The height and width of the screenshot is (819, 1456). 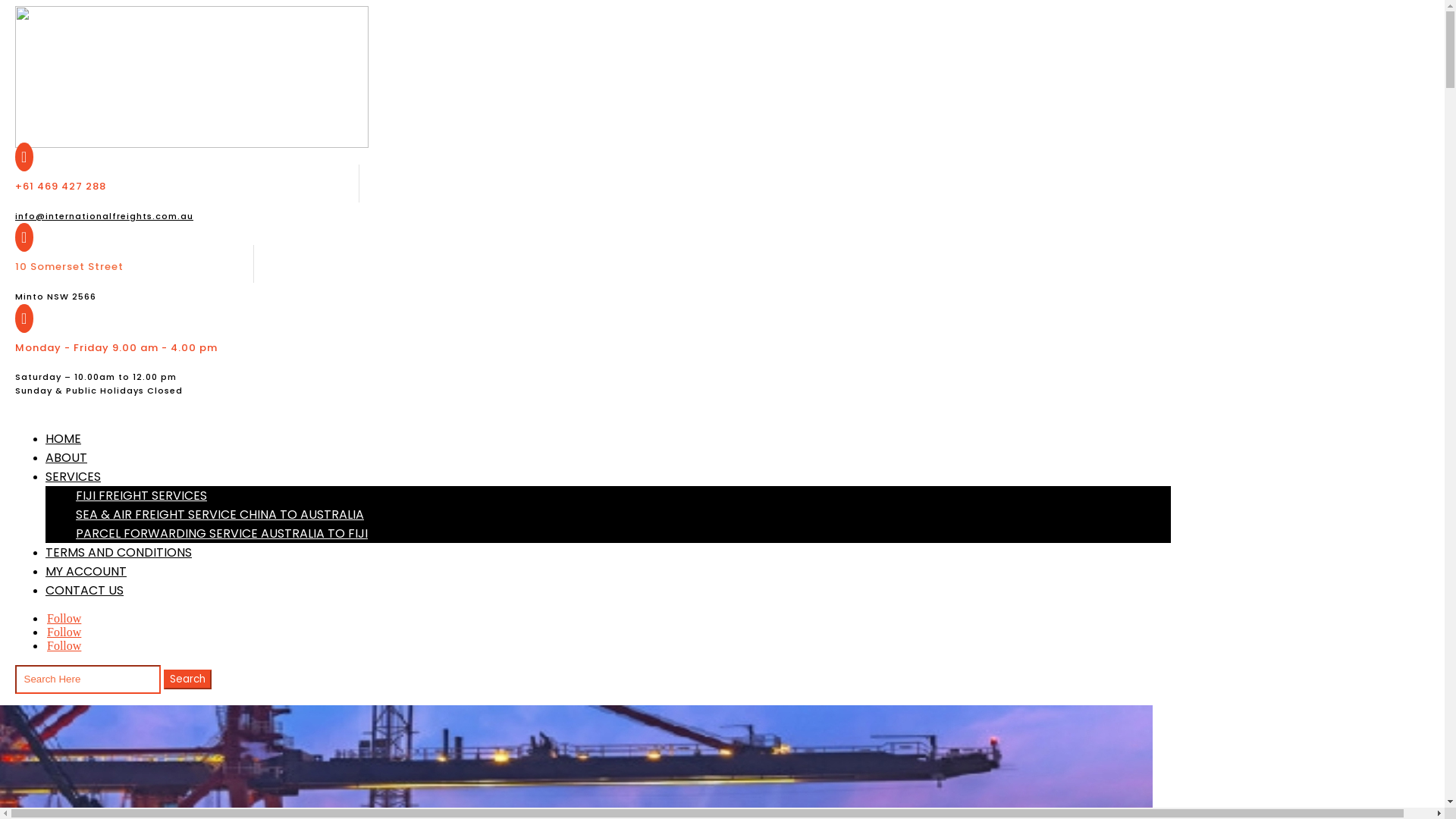 What do you see at coordinates (83, 589) in the screenshot?
I see `'CONTACT US'` at bounding box center [83, 589].